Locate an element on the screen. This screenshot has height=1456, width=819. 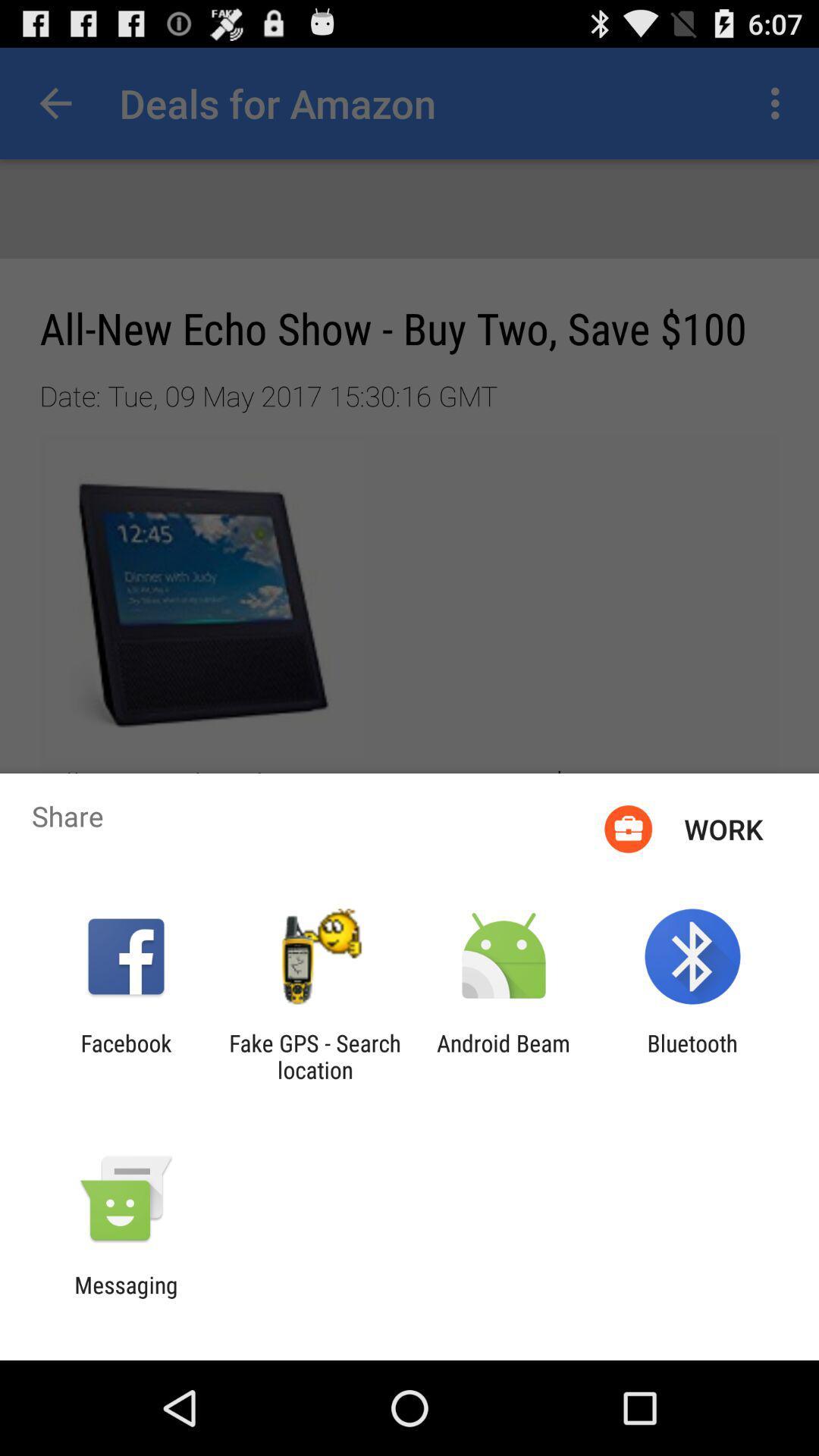
the app to the left of fake gps search item is located at coordinates (125, 1056).